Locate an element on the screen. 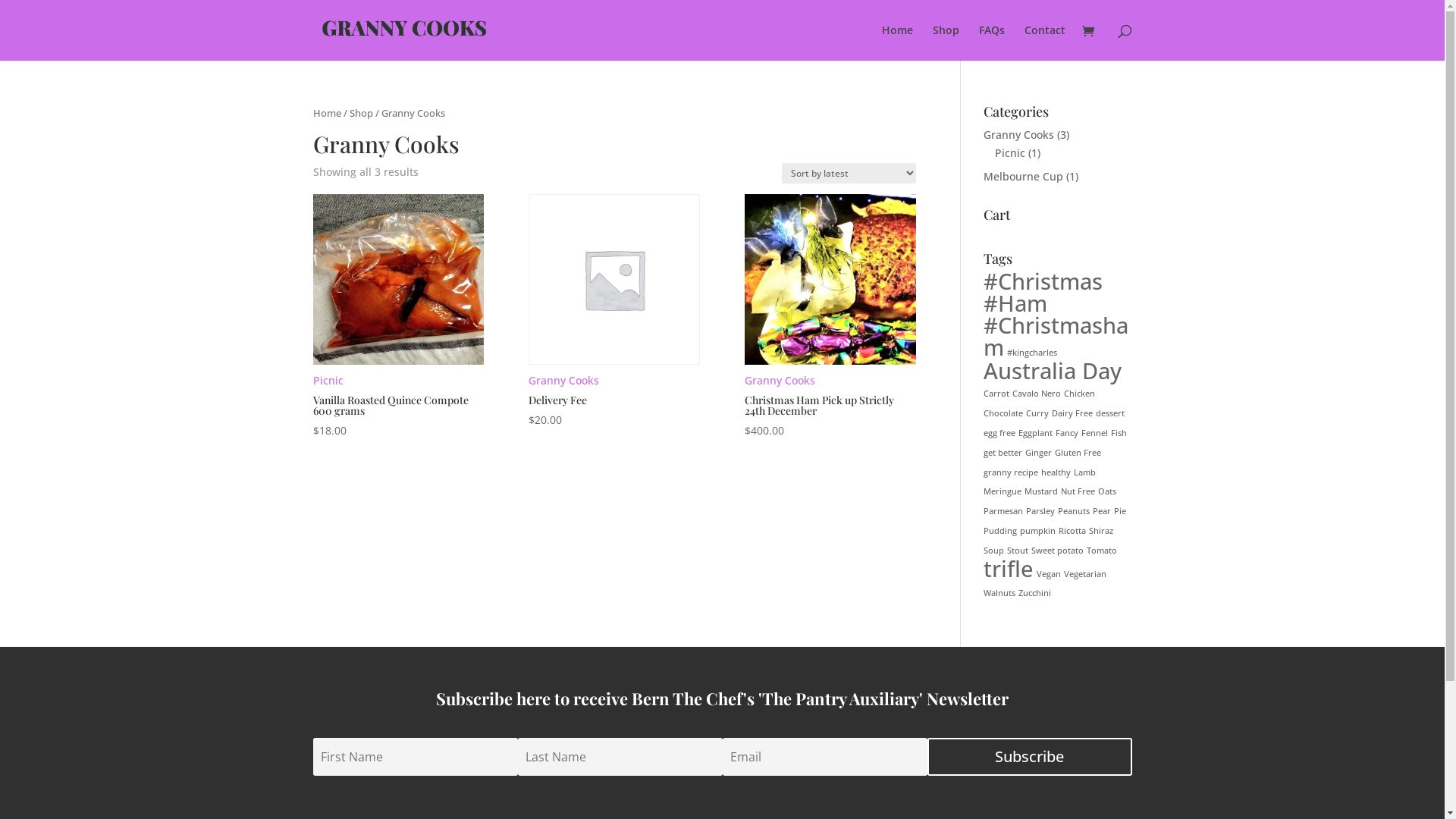  'Tomato' is located at coordinates (1102, 550).